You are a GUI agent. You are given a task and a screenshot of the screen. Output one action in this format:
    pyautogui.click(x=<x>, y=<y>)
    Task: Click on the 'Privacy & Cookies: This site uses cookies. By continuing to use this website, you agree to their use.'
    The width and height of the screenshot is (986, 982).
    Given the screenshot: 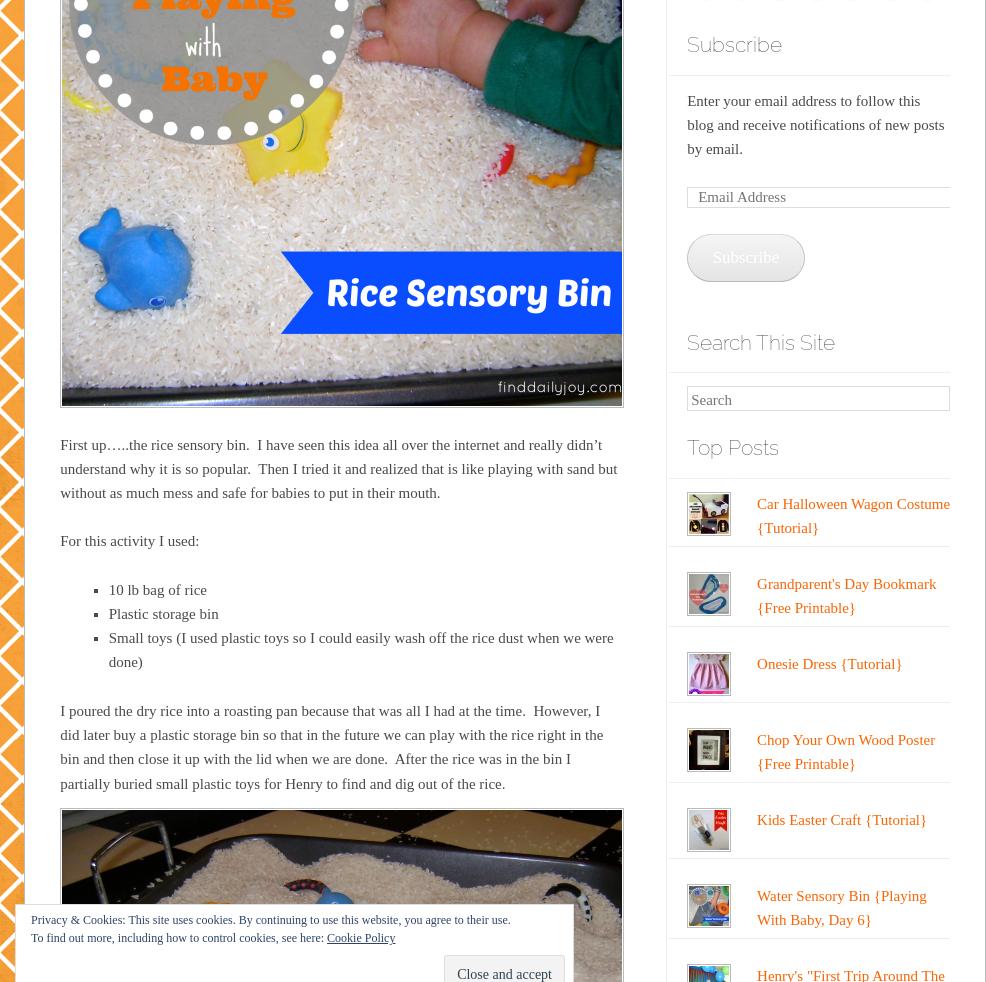 What is the action you would take?
    pyautogui.click(x=270, y=920)
    